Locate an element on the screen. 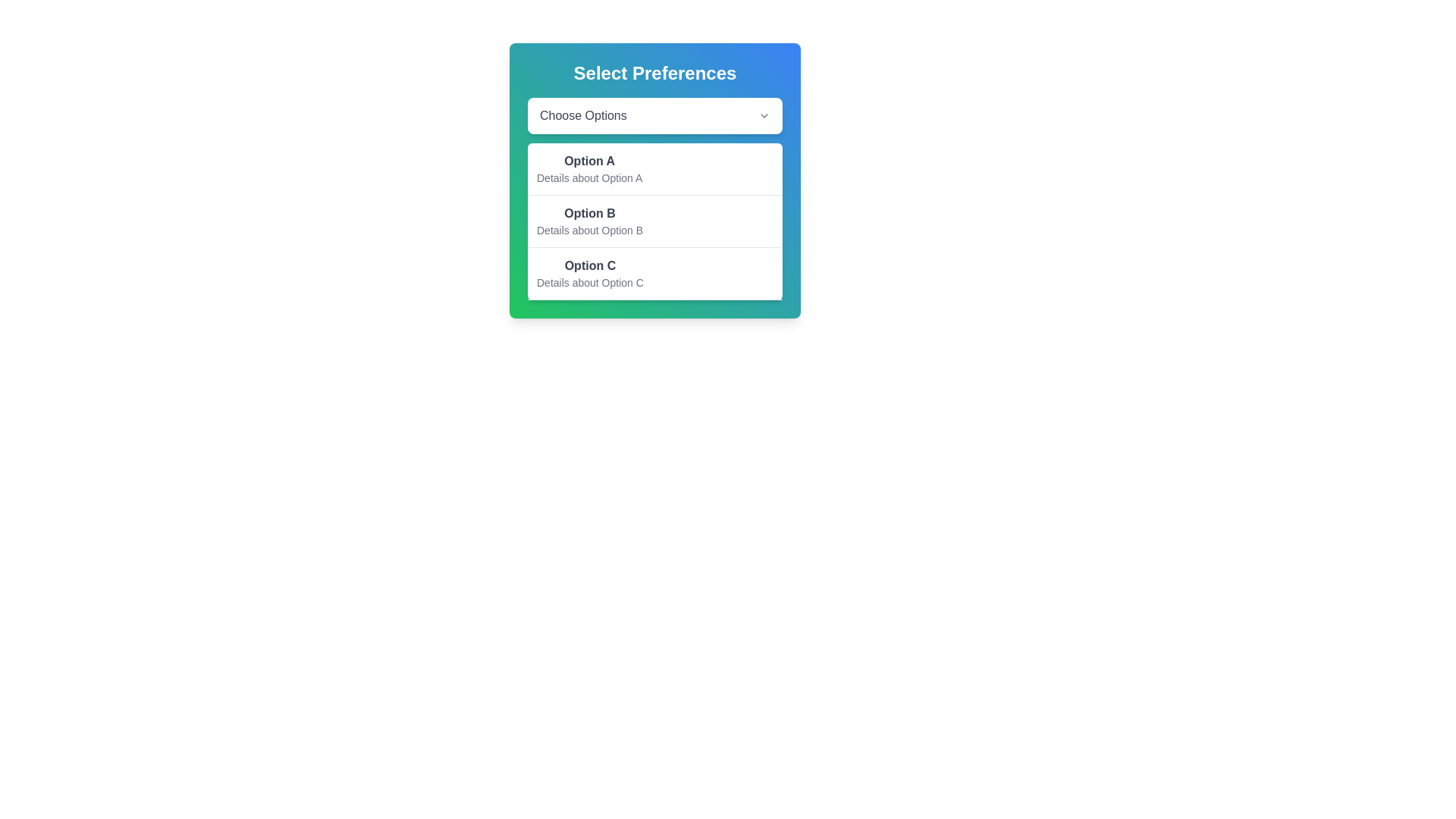 The image size is (1456, 819). the dropdown indicator icon located on the right-hand side of the 'Choose Options' bar is located at coordinates (764, 115).